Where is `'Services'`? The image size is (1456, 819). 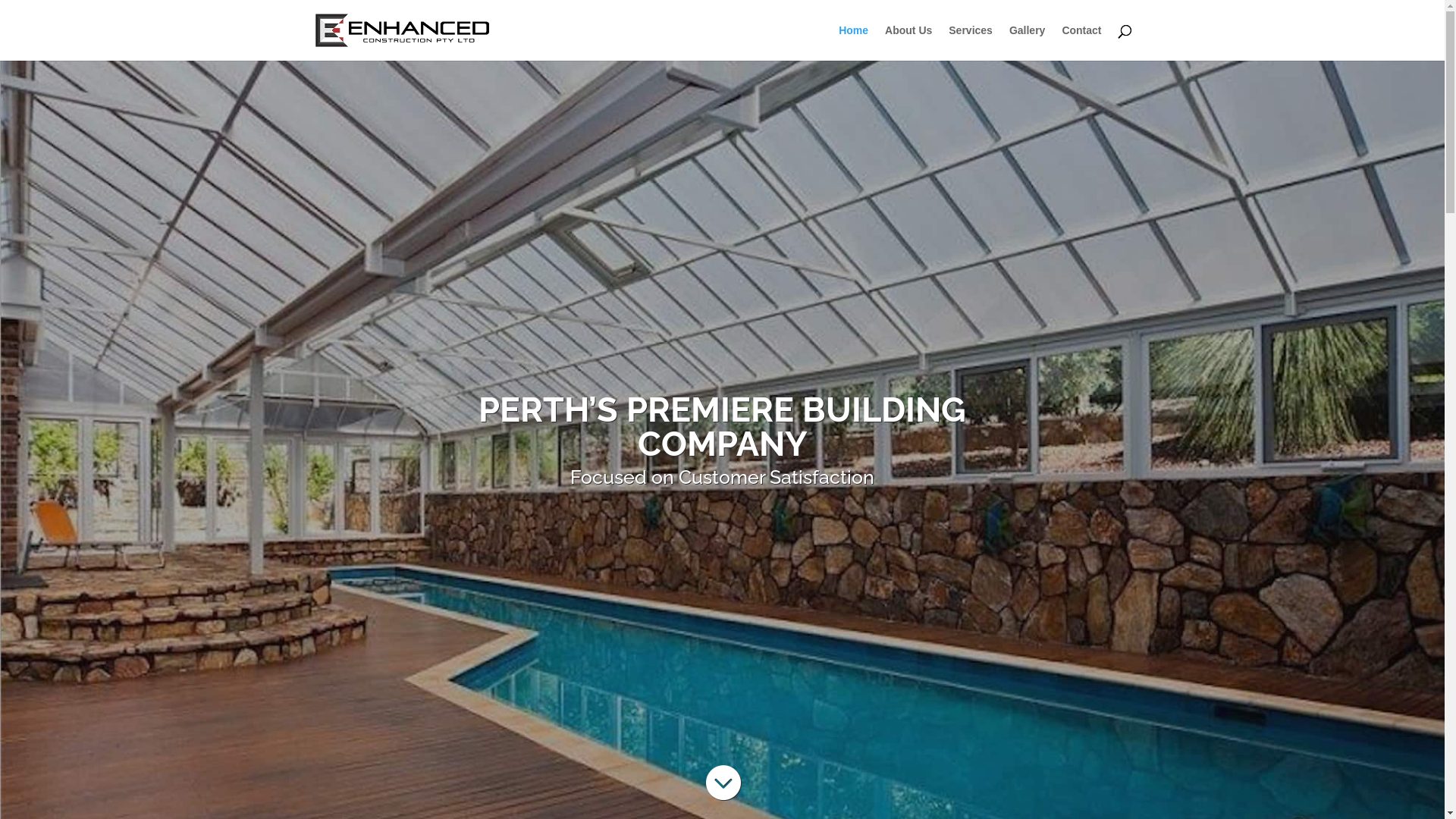 'Services' is located at coordinates (971, 42).